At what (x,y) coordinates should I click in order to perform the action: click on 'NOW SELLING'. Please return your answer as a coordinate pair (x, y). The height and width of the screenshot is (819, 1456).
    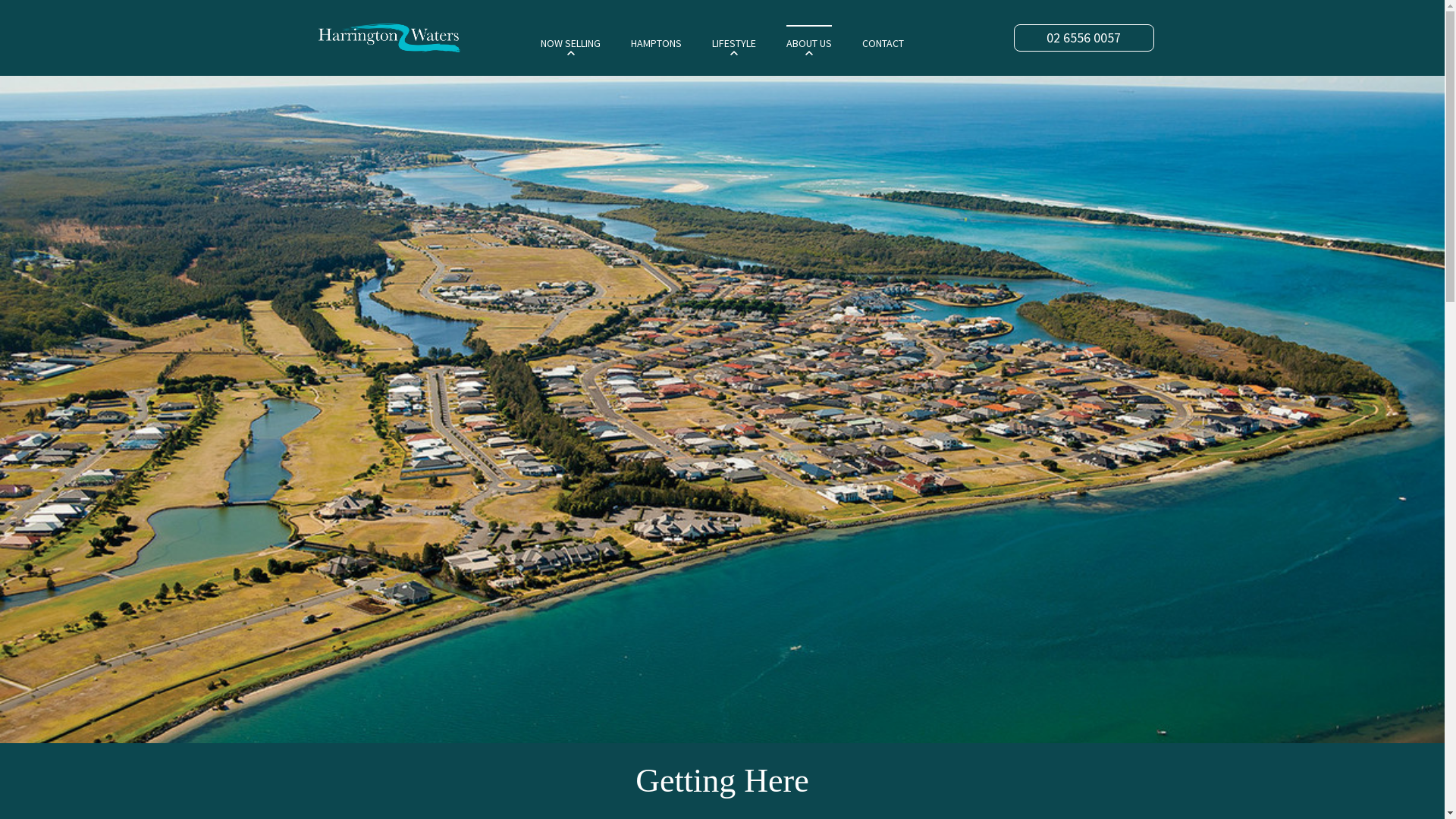
    Looking at the image, I should click on (570, 42).